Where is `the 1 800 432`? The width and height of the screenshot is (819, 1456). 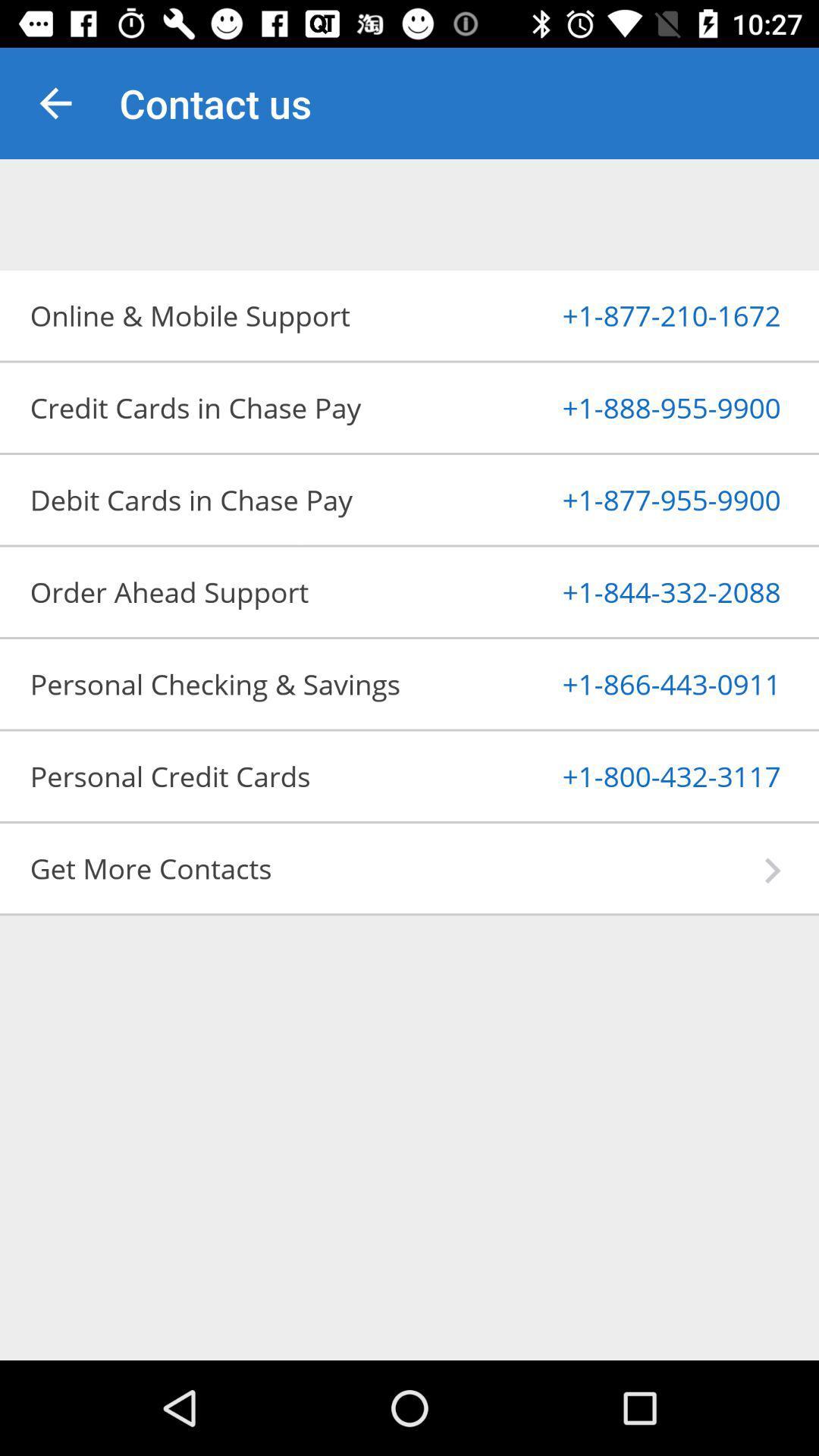
the 1 800 432 is located at coordinates (635, 776).